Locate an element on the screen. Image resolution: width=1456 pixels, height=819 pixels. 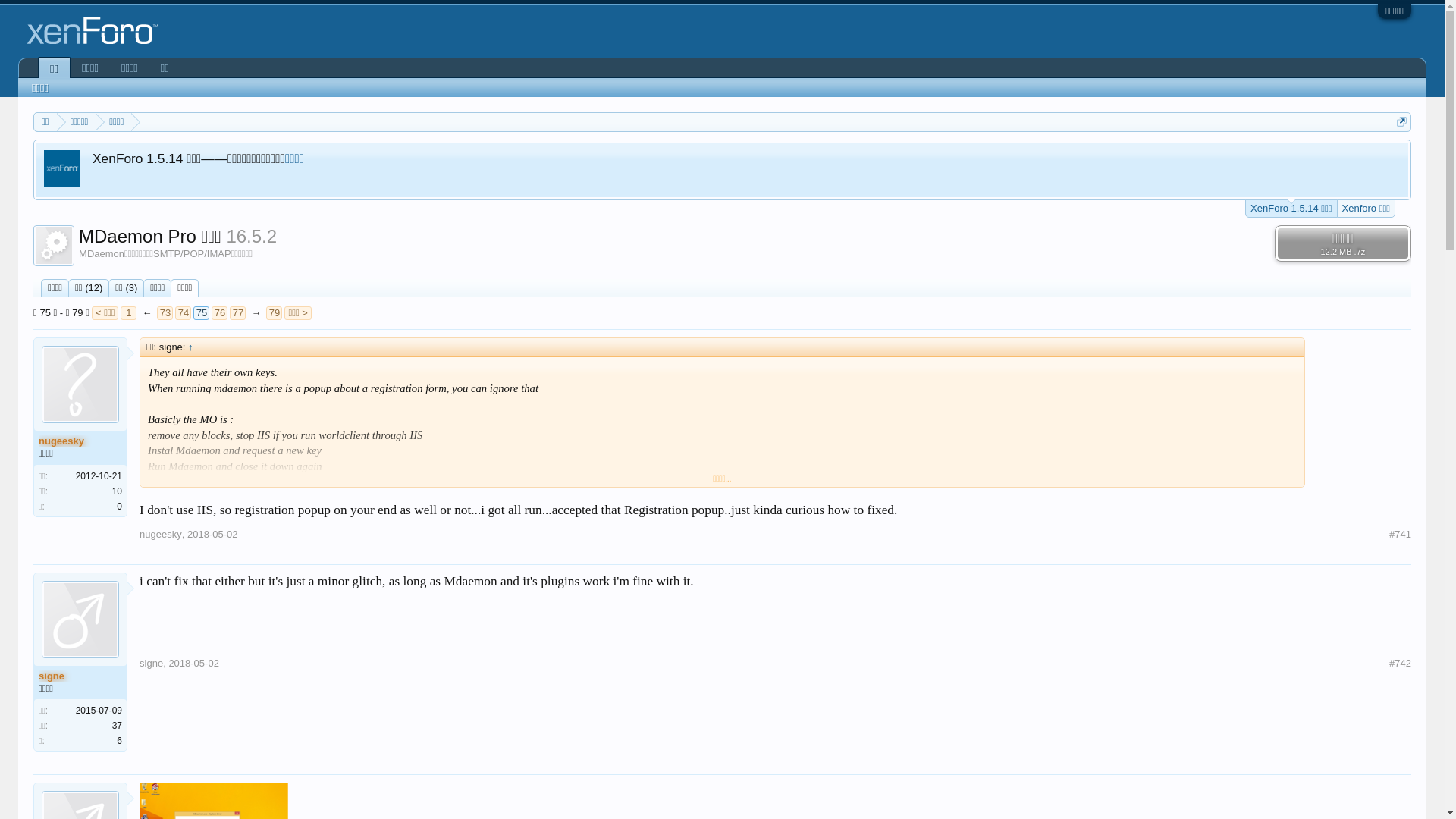
'nugeesky' is located at coordinates (79, 441).